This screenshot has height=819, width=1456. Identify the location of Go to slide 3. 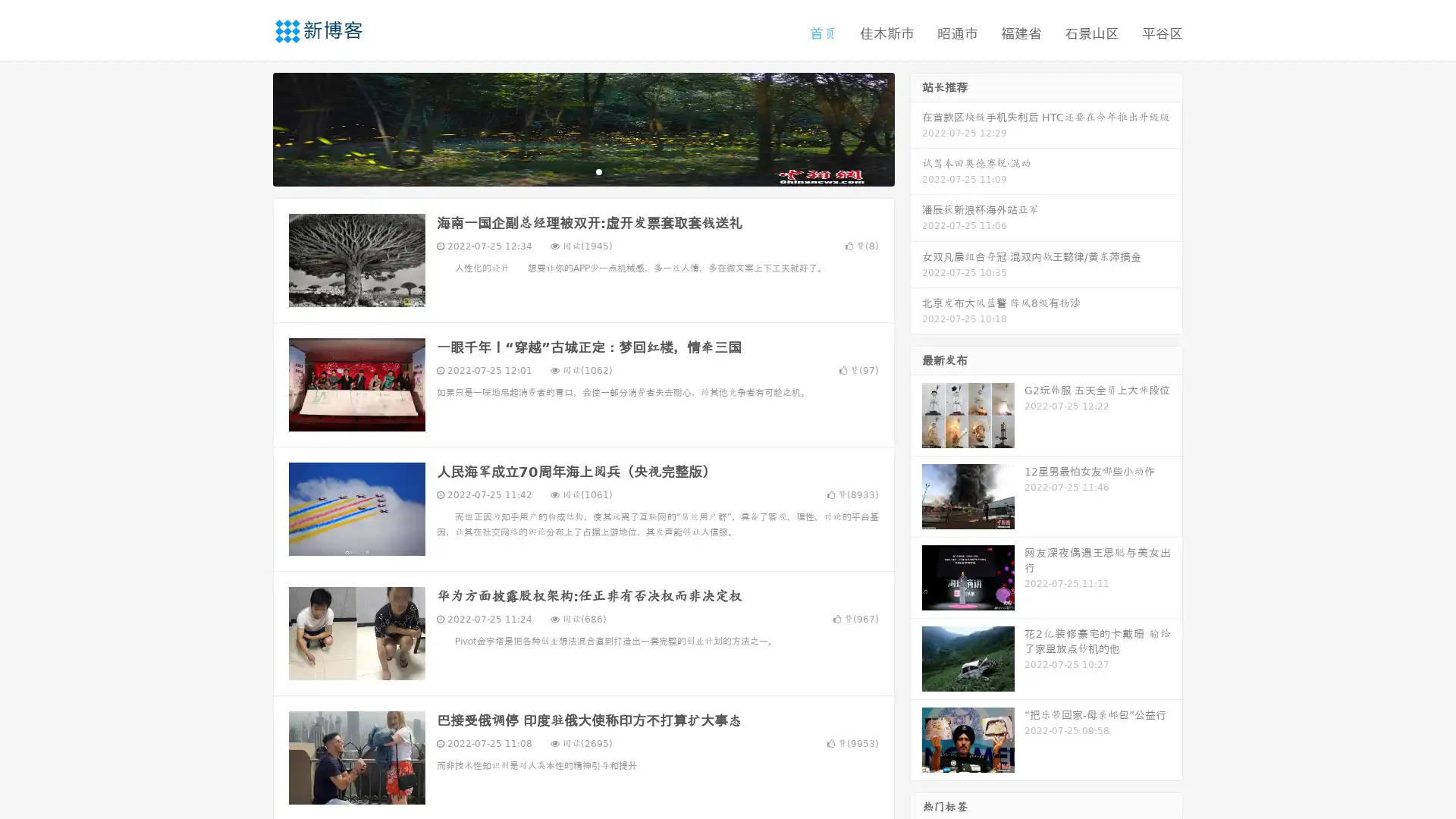
(598, 171).